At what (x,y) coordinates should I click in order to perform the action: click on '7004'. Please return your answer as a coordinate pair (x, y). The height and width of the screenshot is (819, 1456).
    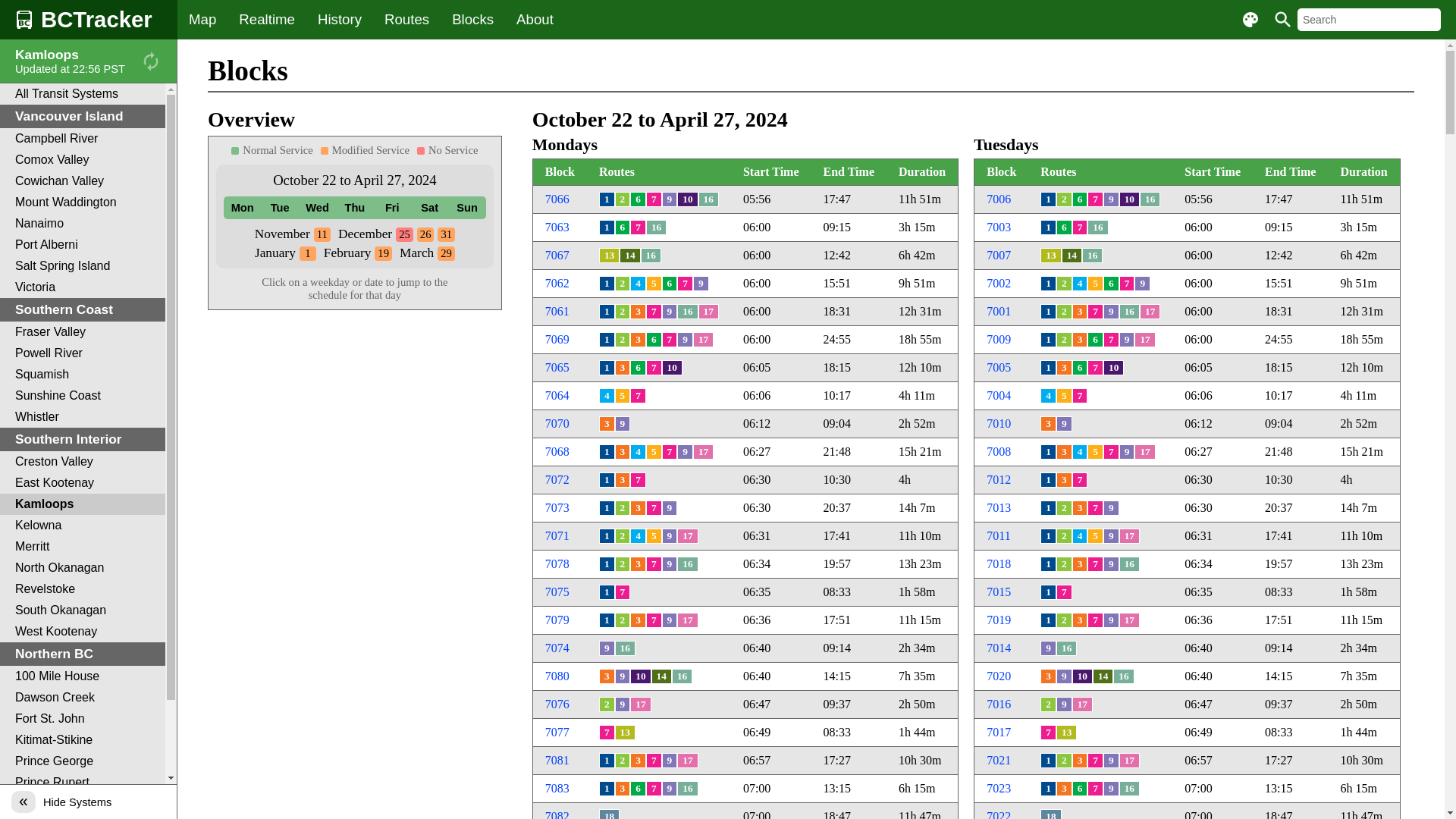
    Looking at the image, I should click on (998, 394).